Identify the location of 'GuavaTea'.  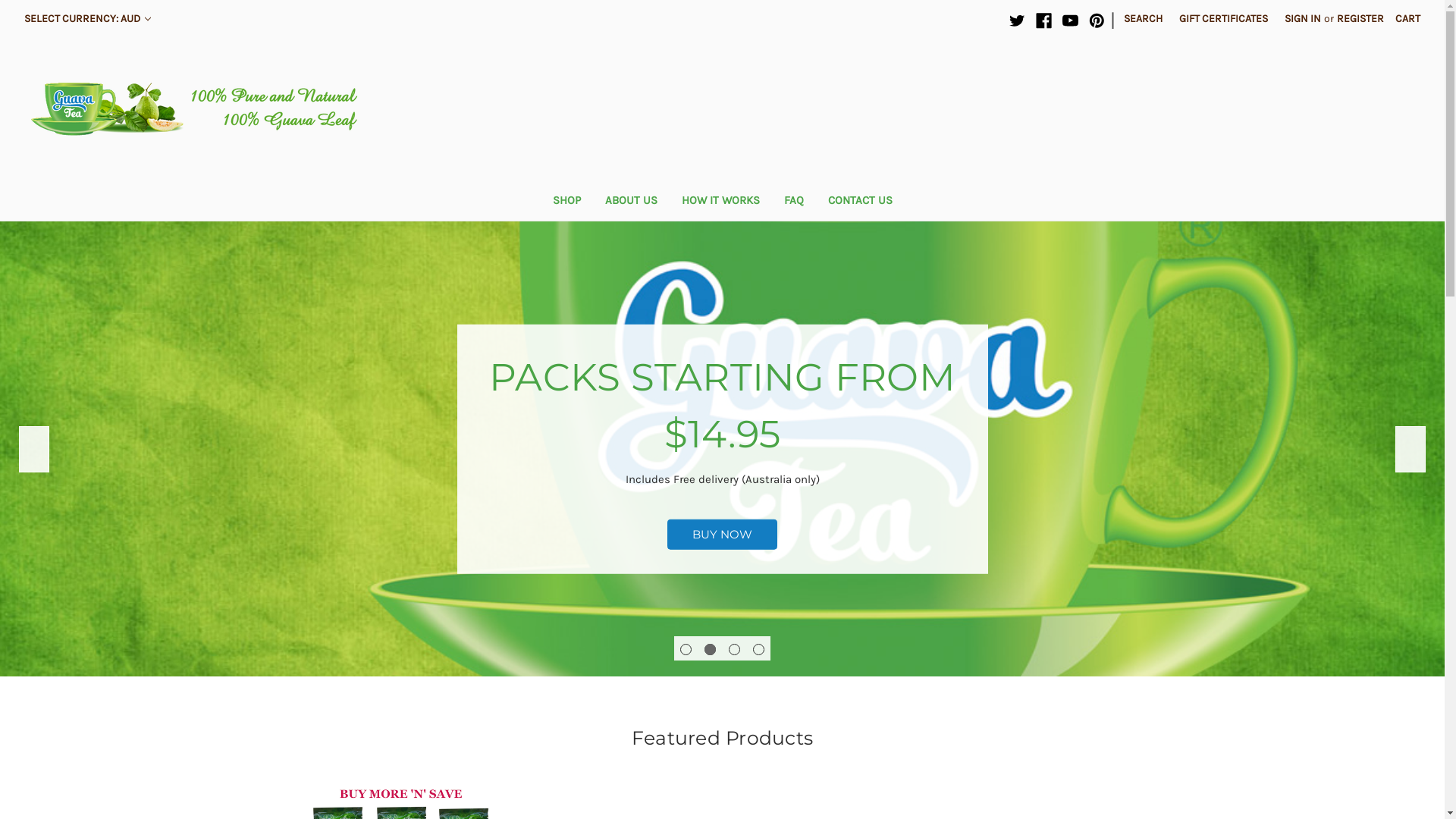
(199, 108).